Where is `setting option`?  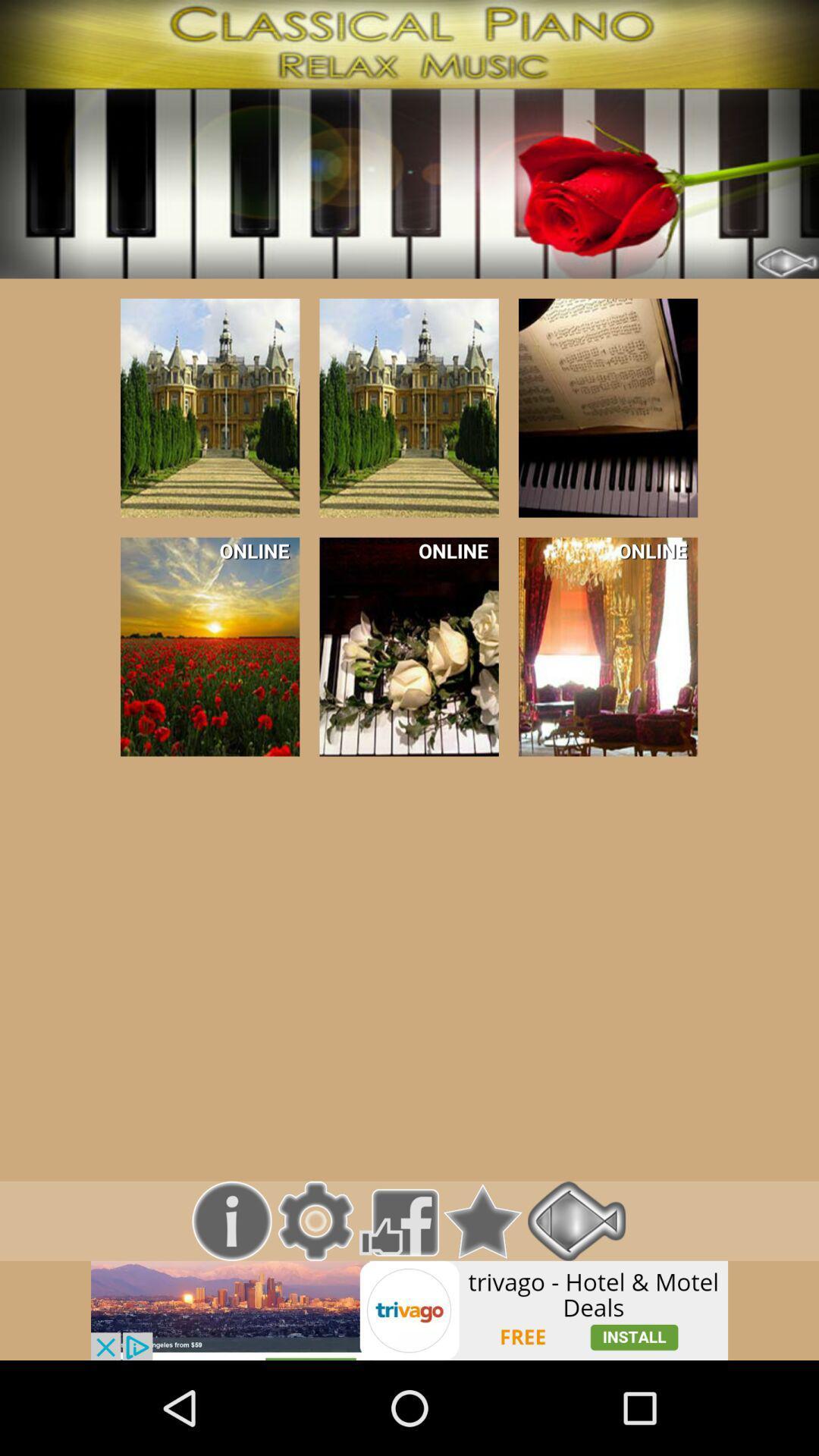 setting option is located at coordinates (315, 1221).